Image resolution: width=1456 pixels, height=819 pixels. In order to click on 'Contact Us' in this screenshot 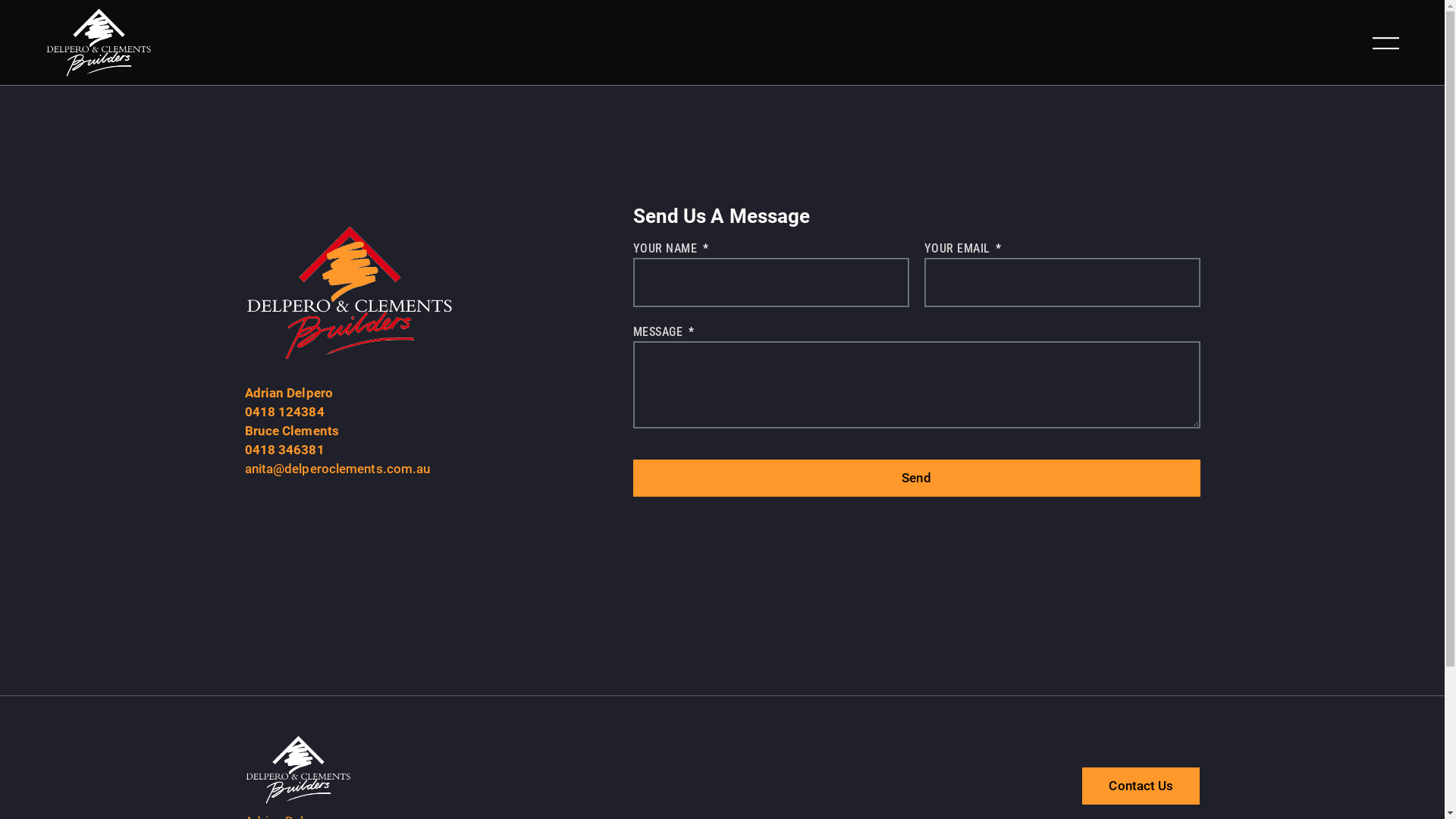, I will do `click(1141, 785)`.